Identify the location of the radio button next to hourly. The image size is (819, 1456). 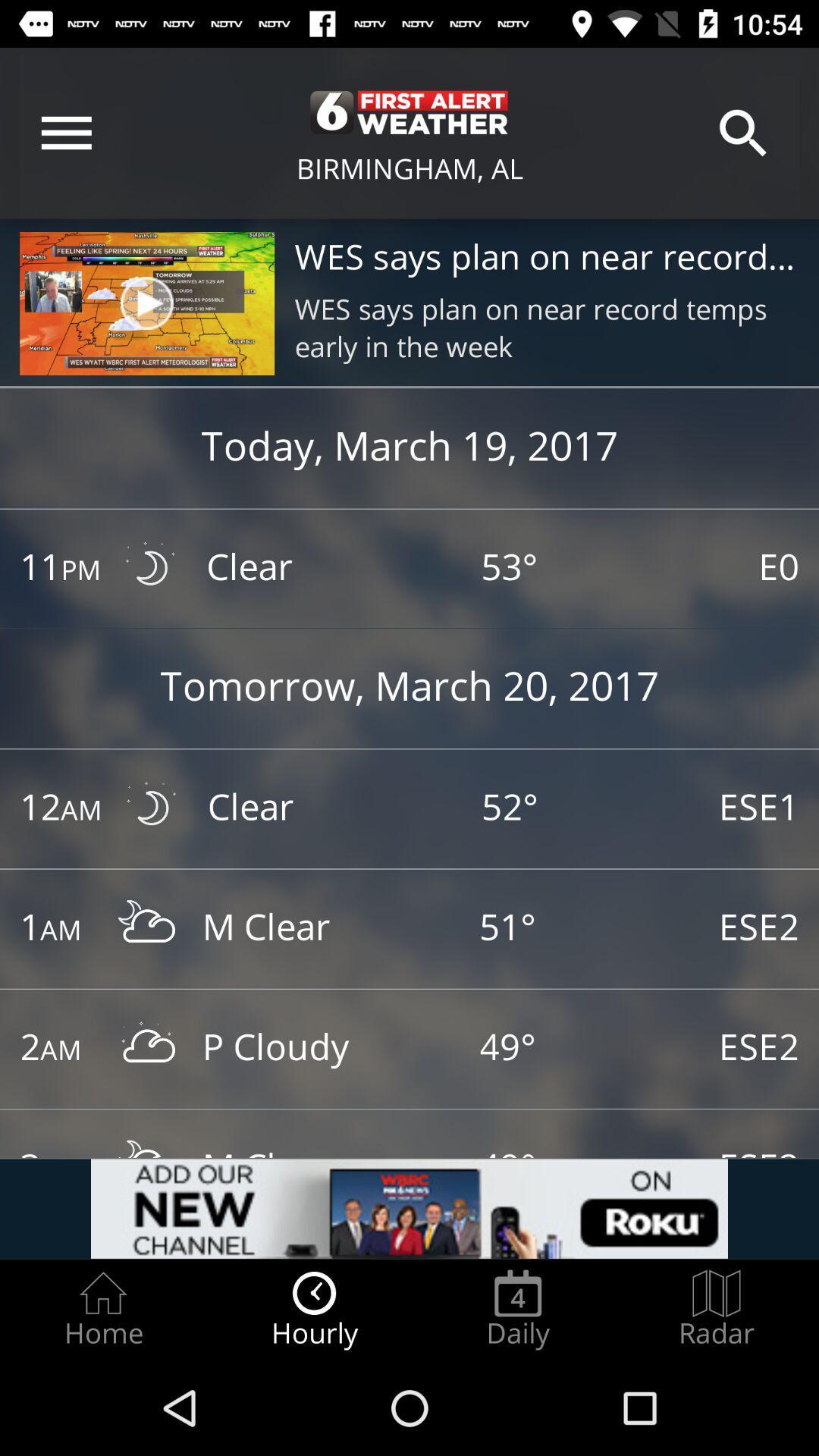
(517, 1309).